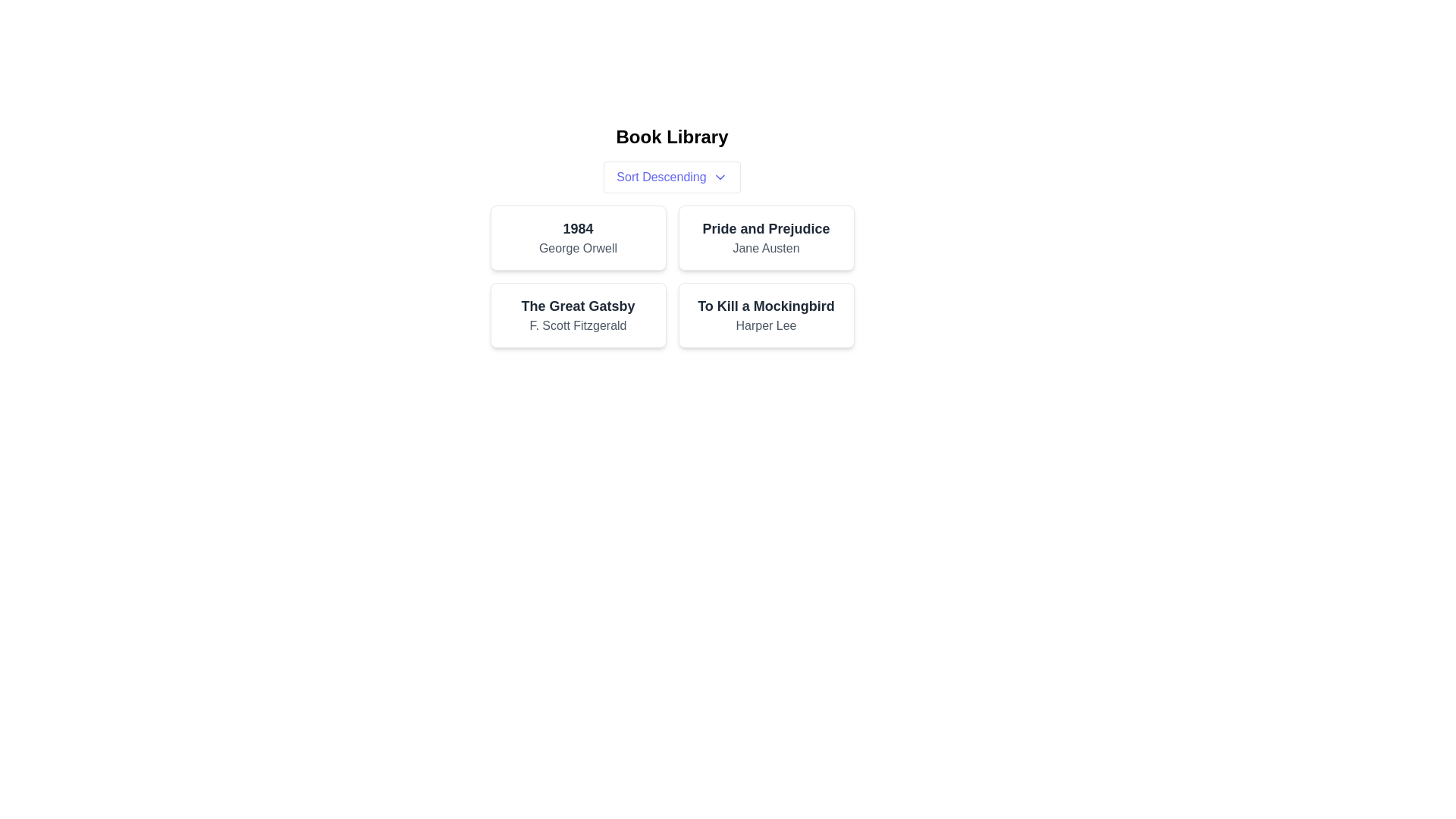 This screenshot has width=1456, height=819. What do you see at coordinates (766, 325) in the screenshot?
I see `author label text located directly below the title 'To Kill a Mockingbird' within the card` at bounding box center [766, 325].